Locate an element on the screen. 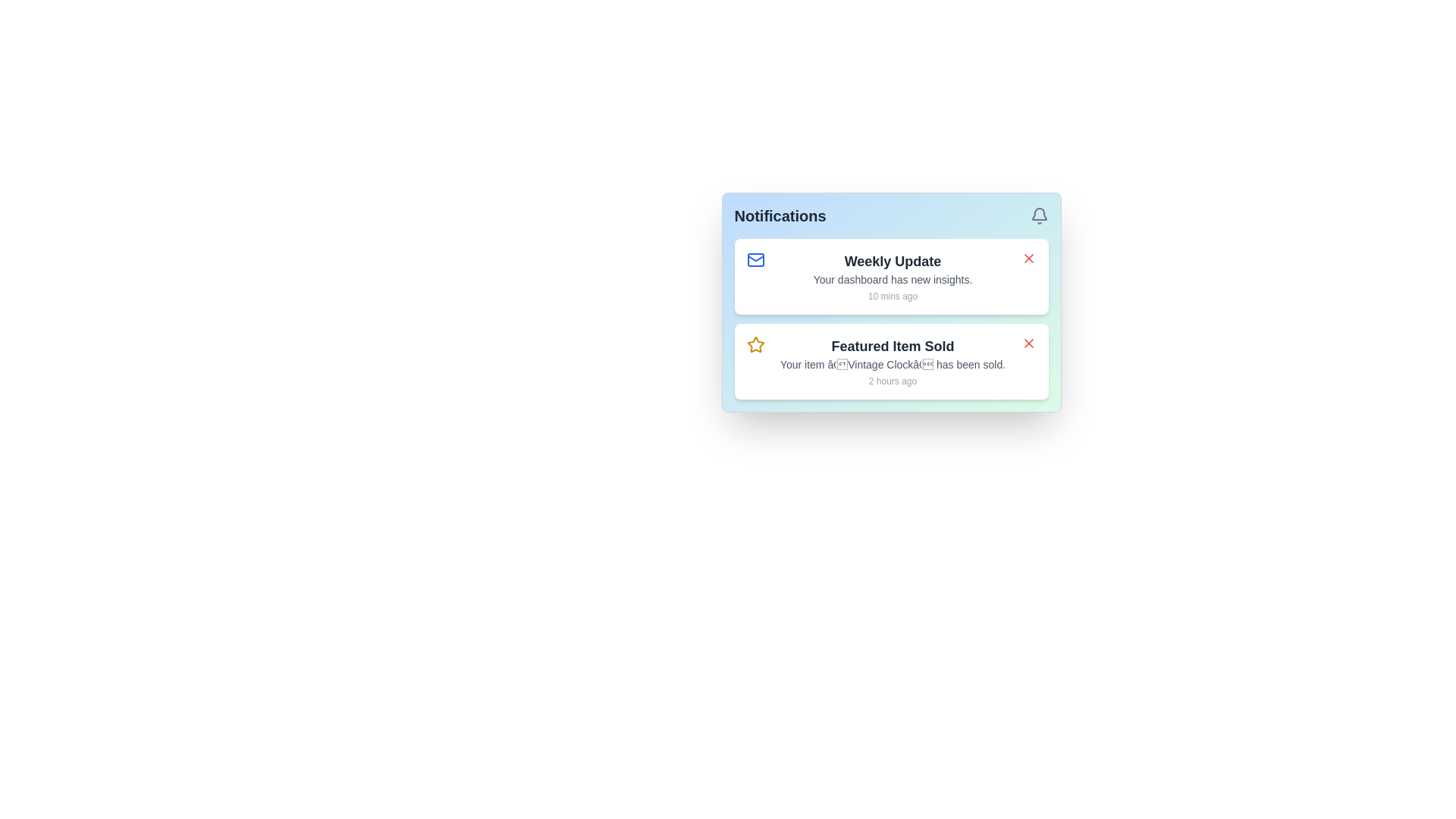  the accessible text or links within the second notification card titled 'Featured Item Sold', which has a white background and rounded corners, located below the first notification card 'Weekly Update' is located at coordinates (891, 349).